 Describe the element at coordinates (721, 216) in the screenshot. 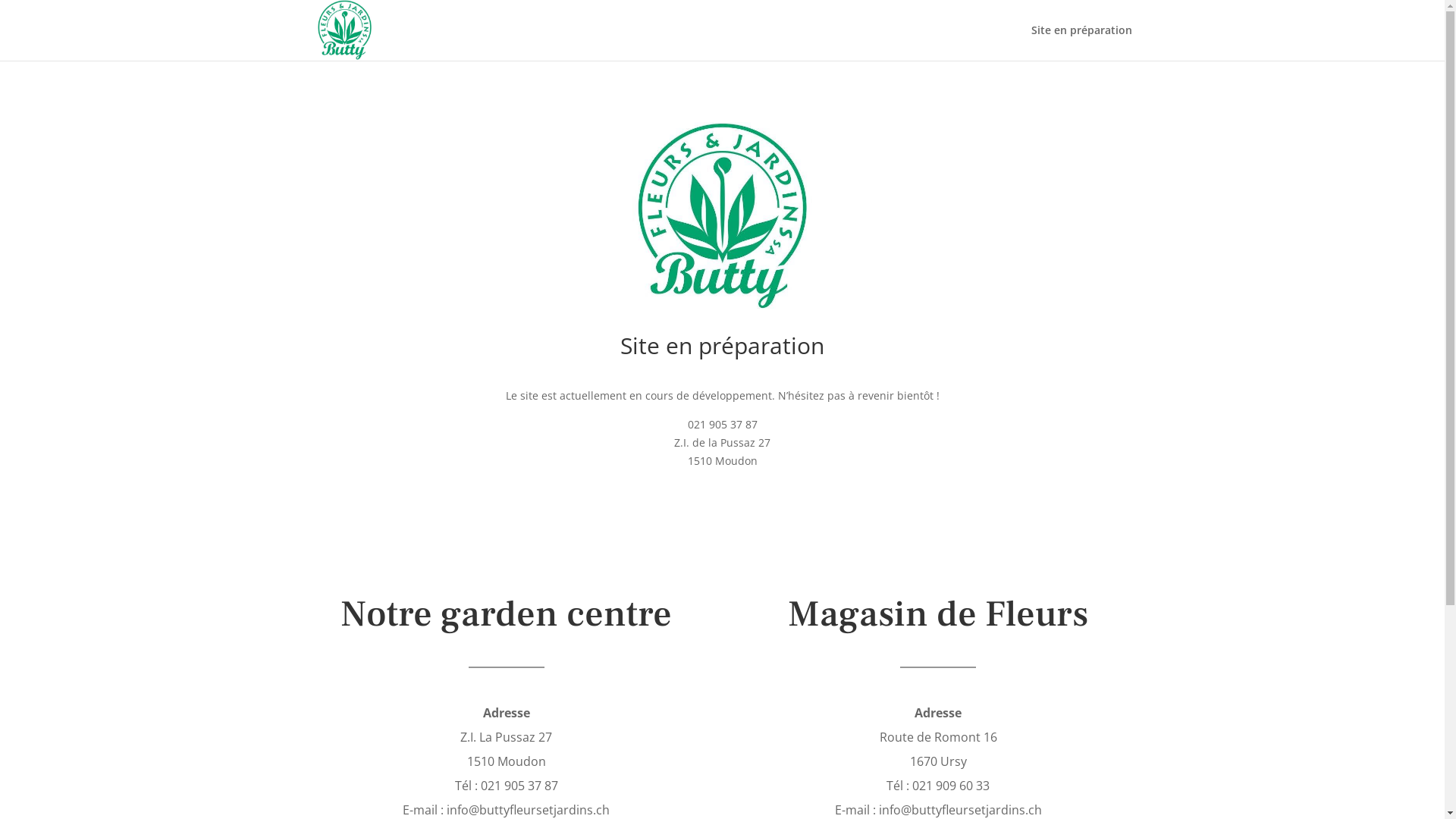

I see `'Accueil_Buttyfleurs'` at that location.